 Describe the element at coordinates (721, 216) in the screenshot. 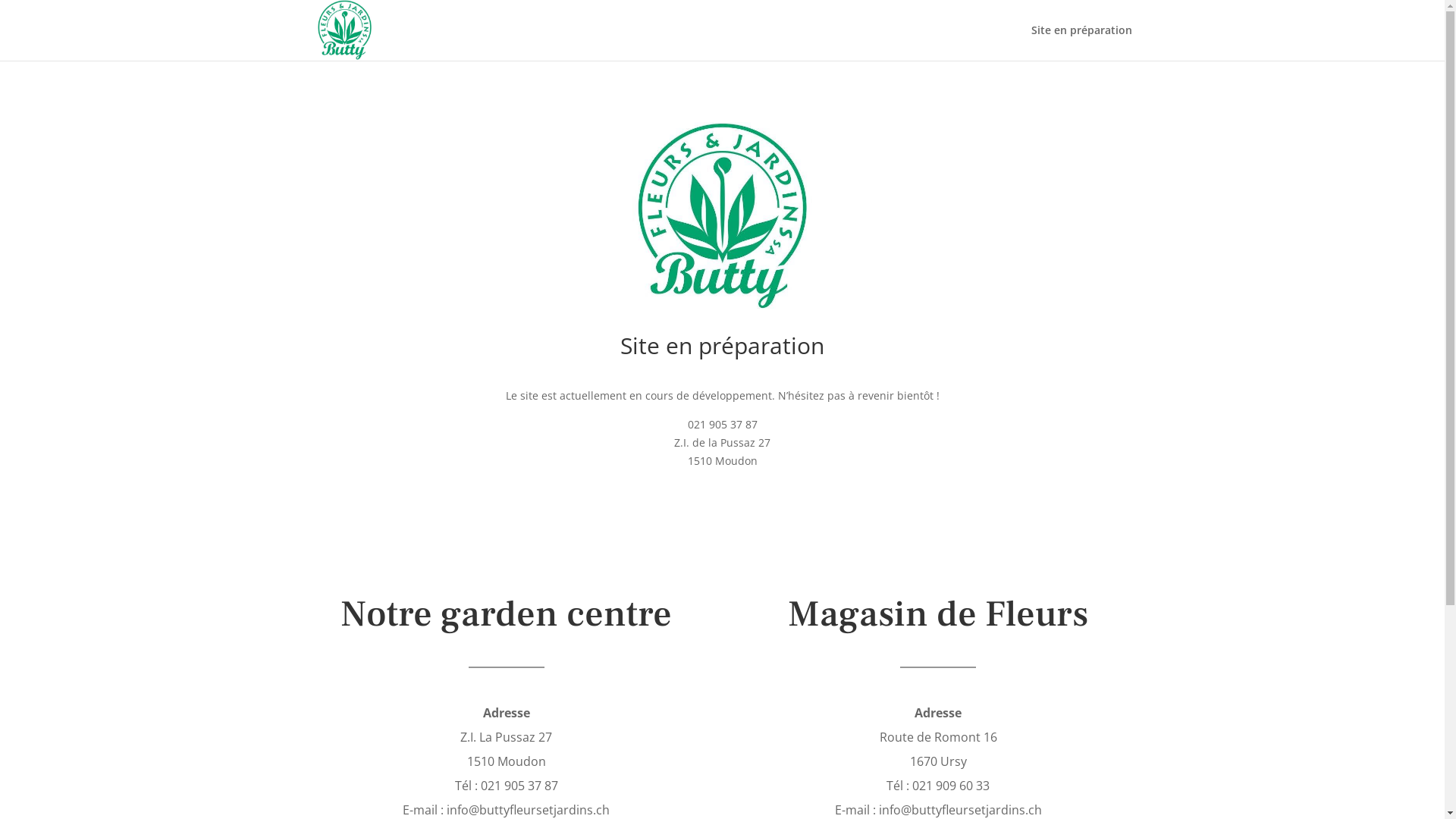

I see `'Accueil_Buttyfleurs'` at that location.